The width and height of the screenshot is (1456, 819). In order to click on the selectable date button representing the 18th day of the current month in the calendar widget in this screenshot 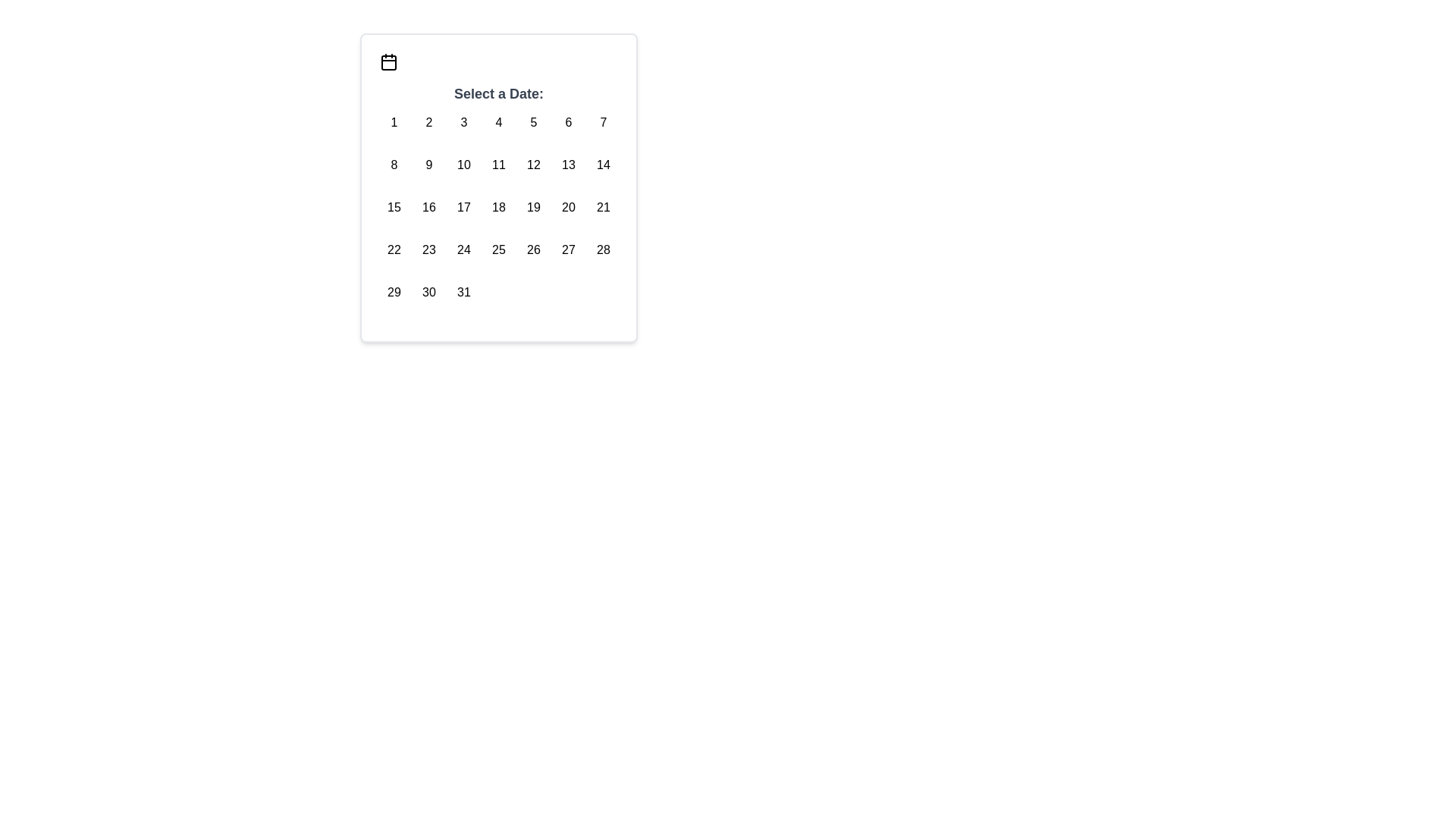, I will do `click(498, 207)`.